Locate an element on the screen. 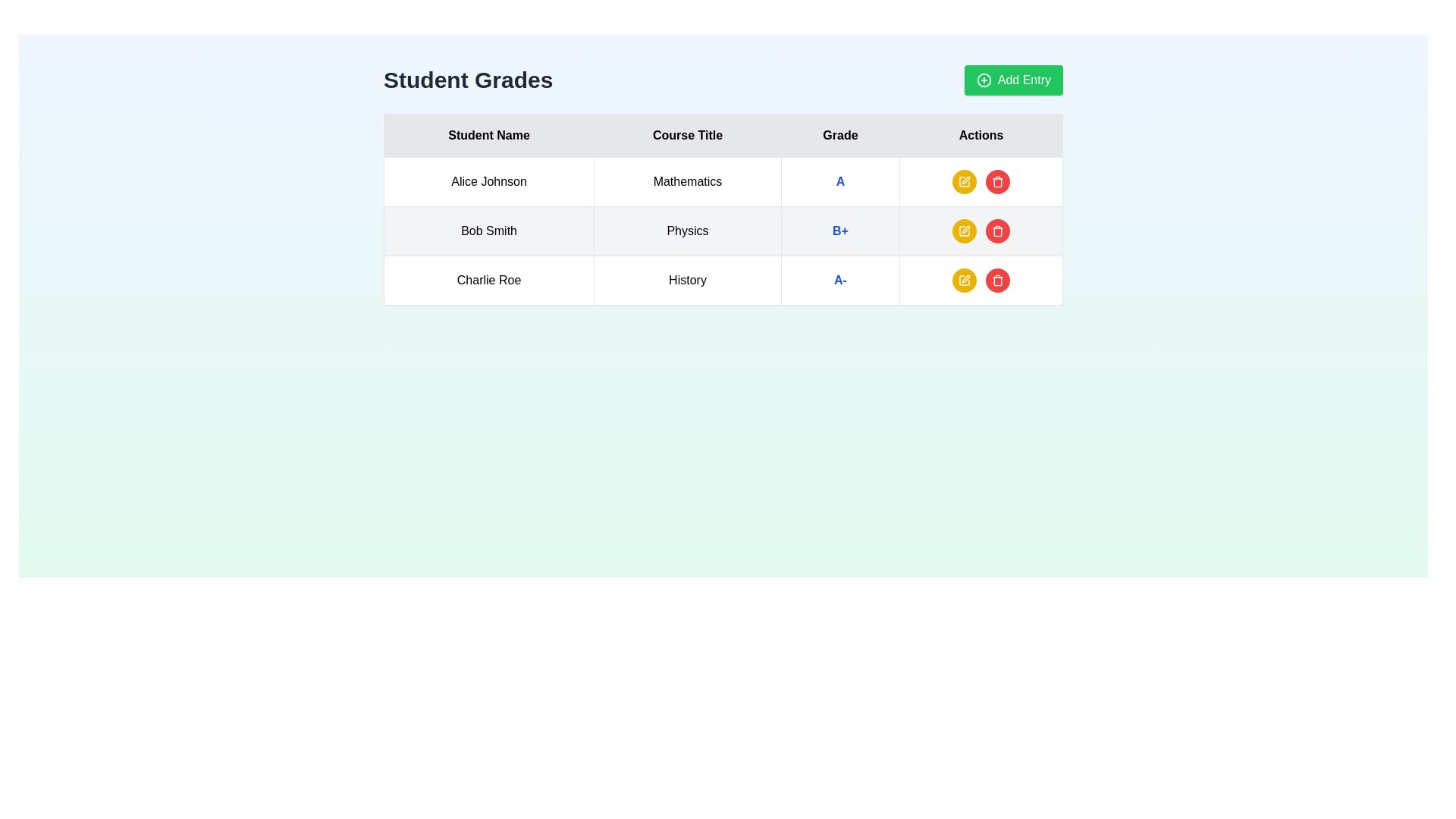  the small square button with a yellow background and a pen icon located in the 'Actions' column of the last row corresponding to 'Charlie Roe' is located at coordinates (964, 281).